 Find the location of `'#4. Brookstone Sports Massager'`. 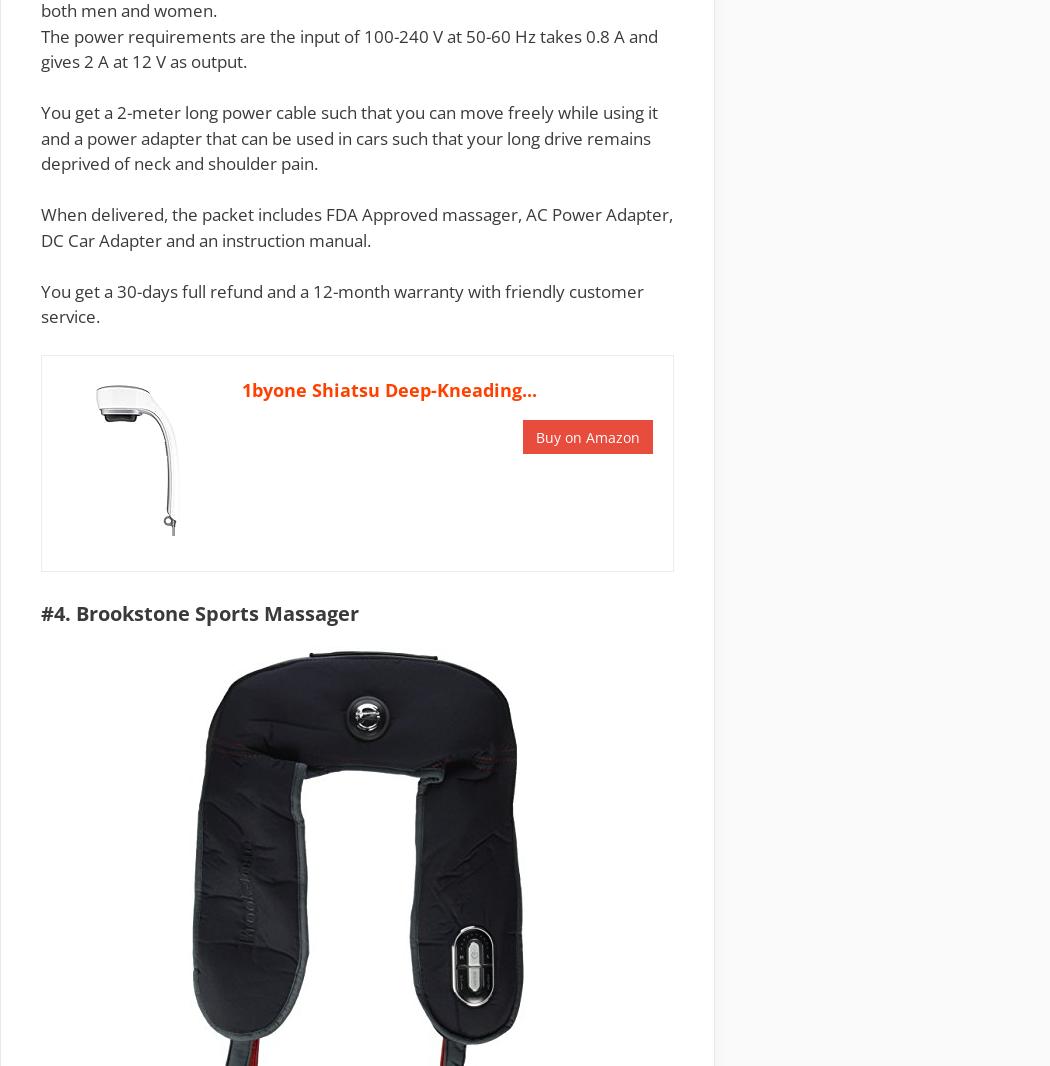

'#4. Brookstone Sports Massager' is located at coordinates (199, 612).